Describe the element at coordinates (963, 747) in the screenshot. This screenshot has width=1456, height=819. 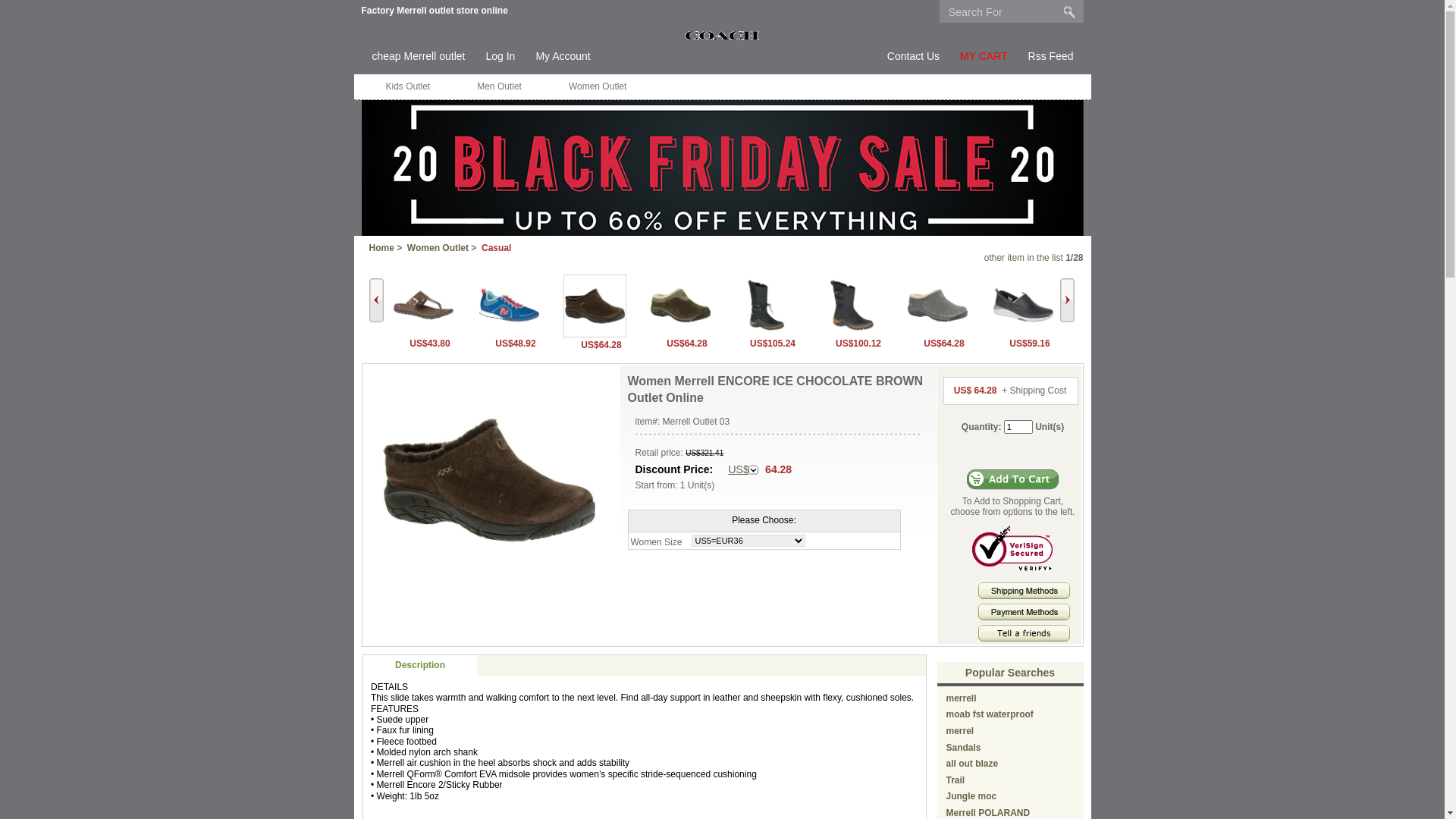
I see `'Sandals'` at that location.